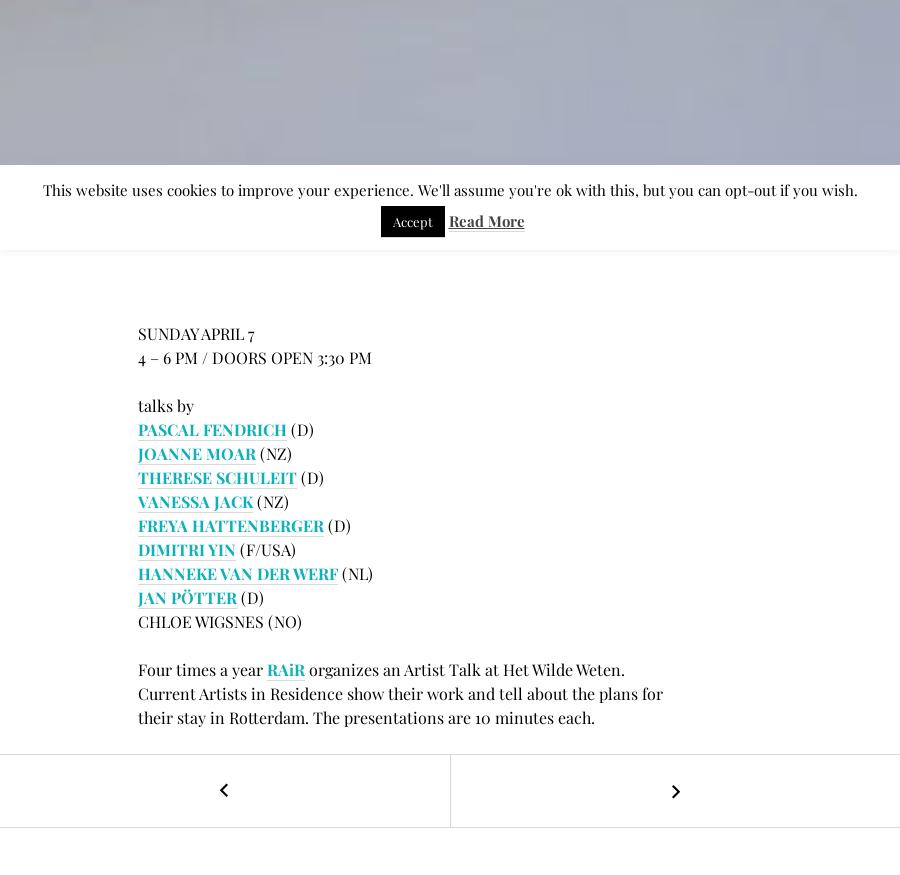 This screenshot has width=900, height=875. I want to click on 'DIMITRI YIN', so click(187, 548).